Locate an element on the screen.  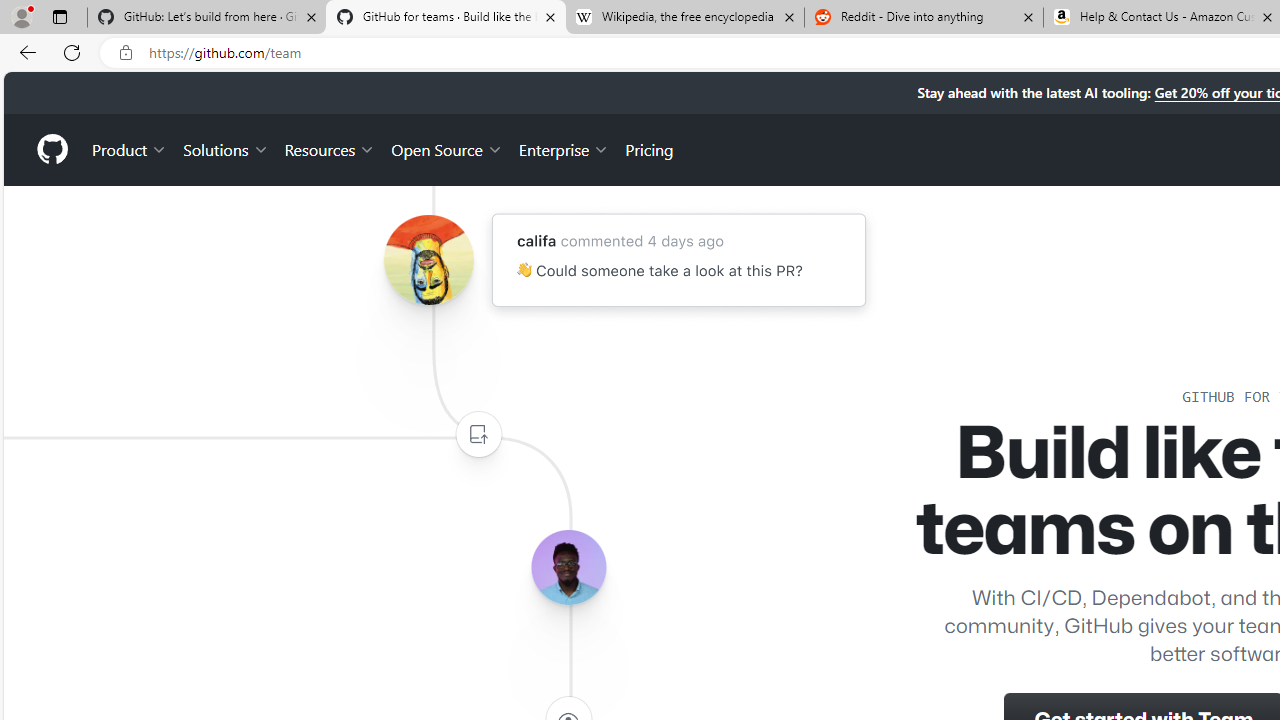
'Reddit - Dive into anything' is located at coordinates (923, 17).